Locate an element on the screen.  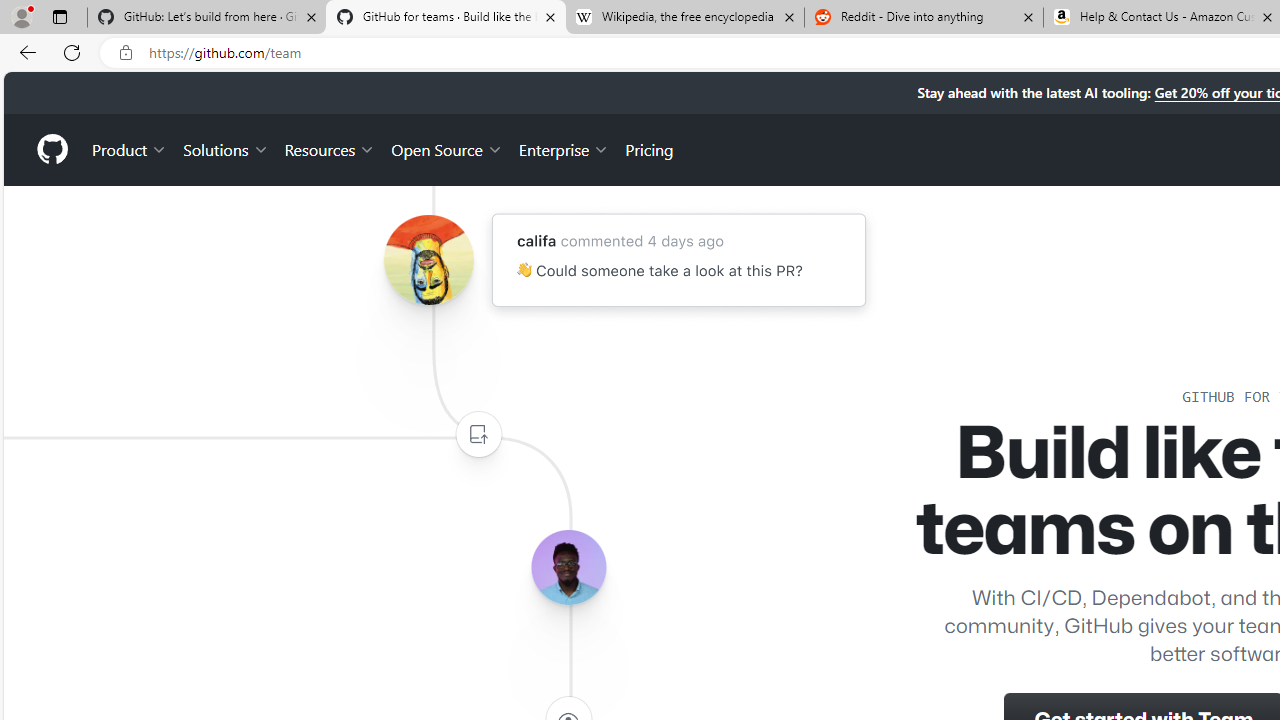
'Reddit - Dive into anything' is located at coordinates (923, 17).